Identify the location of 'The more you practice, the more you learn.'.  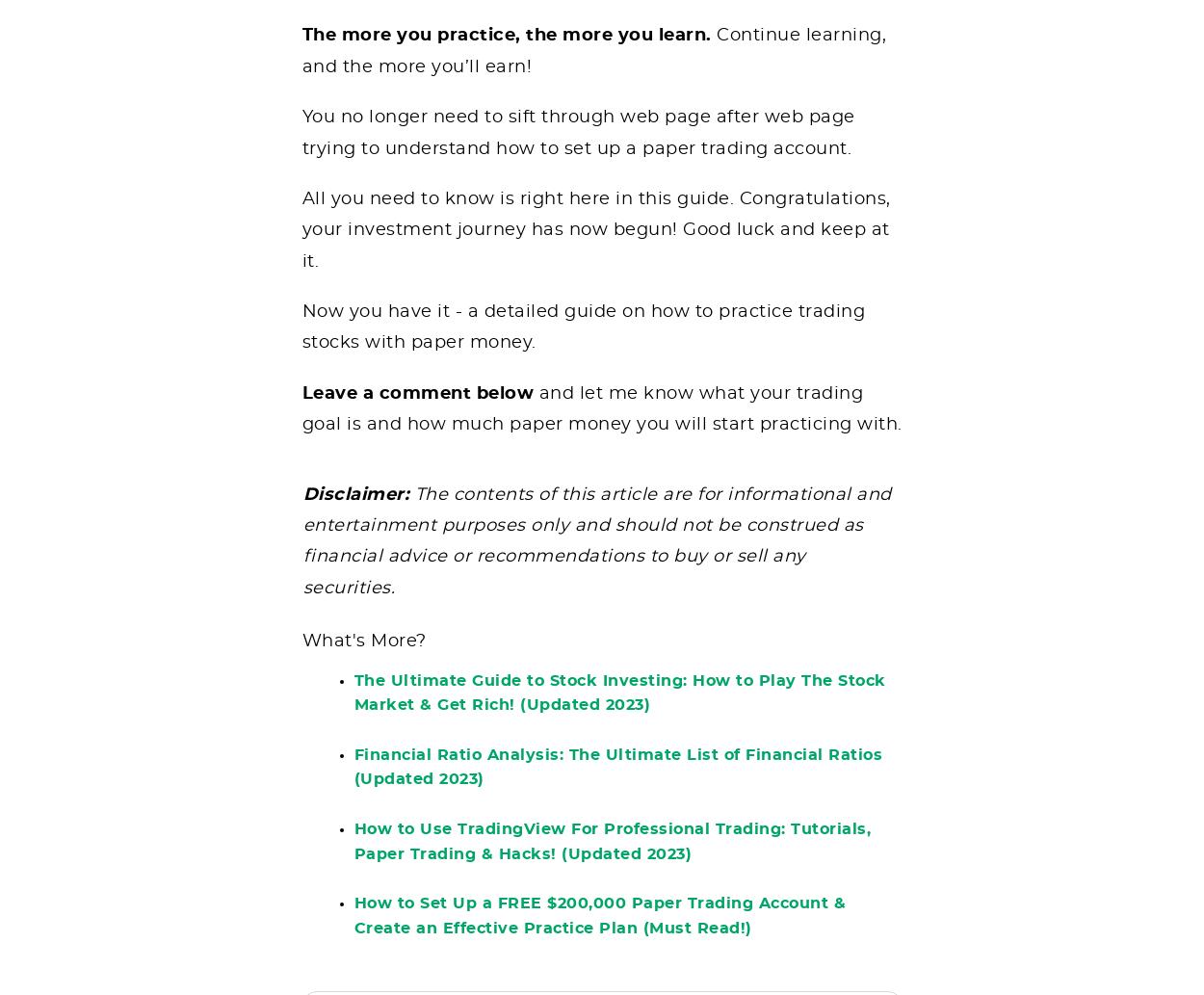
(301, 49).